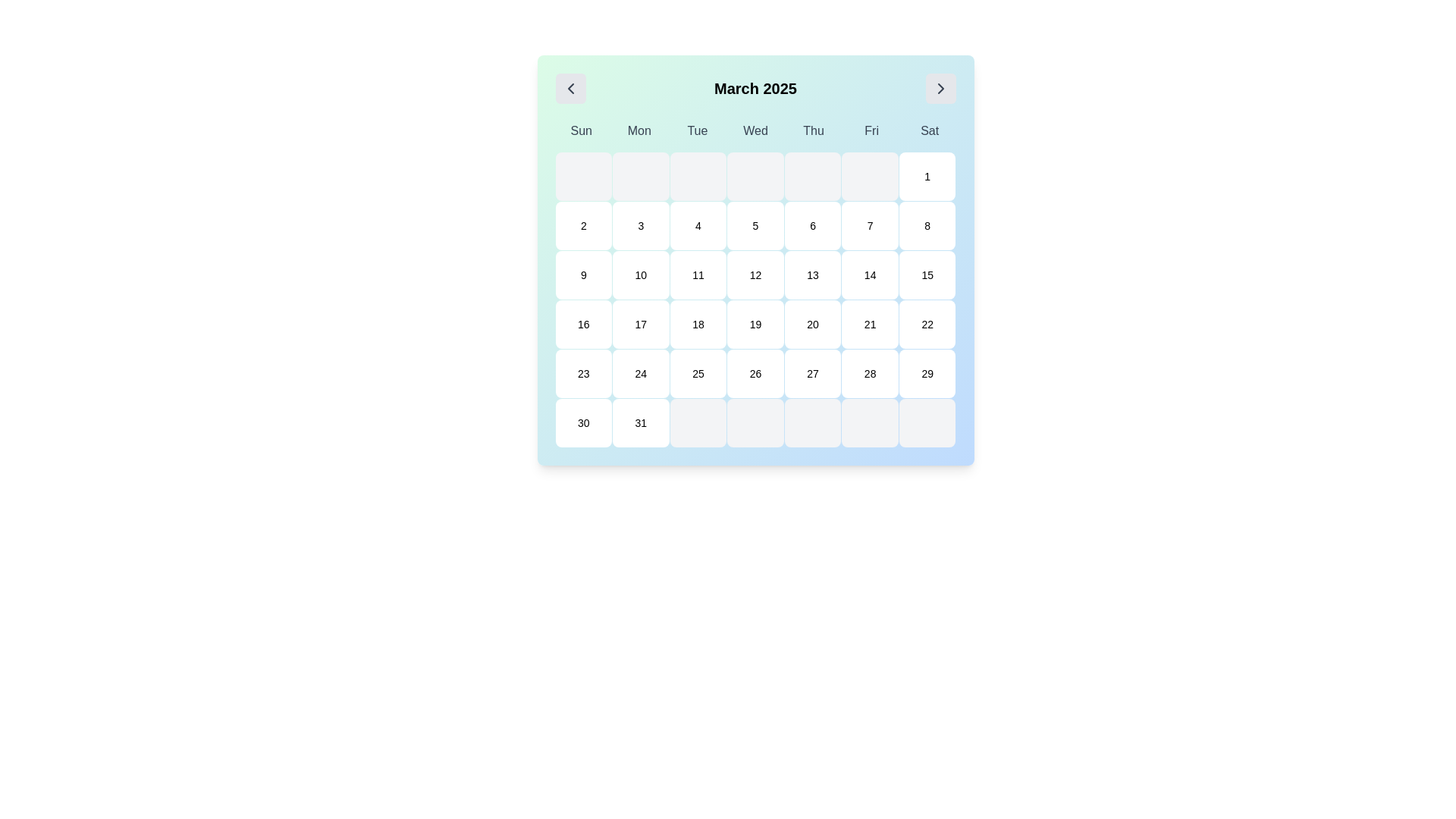  What do you see at coordinates (870, 423) in the screenshot?
I see `the calendar cell representing Friday in the last row of the grid layout` at bounding box center [870, 423].